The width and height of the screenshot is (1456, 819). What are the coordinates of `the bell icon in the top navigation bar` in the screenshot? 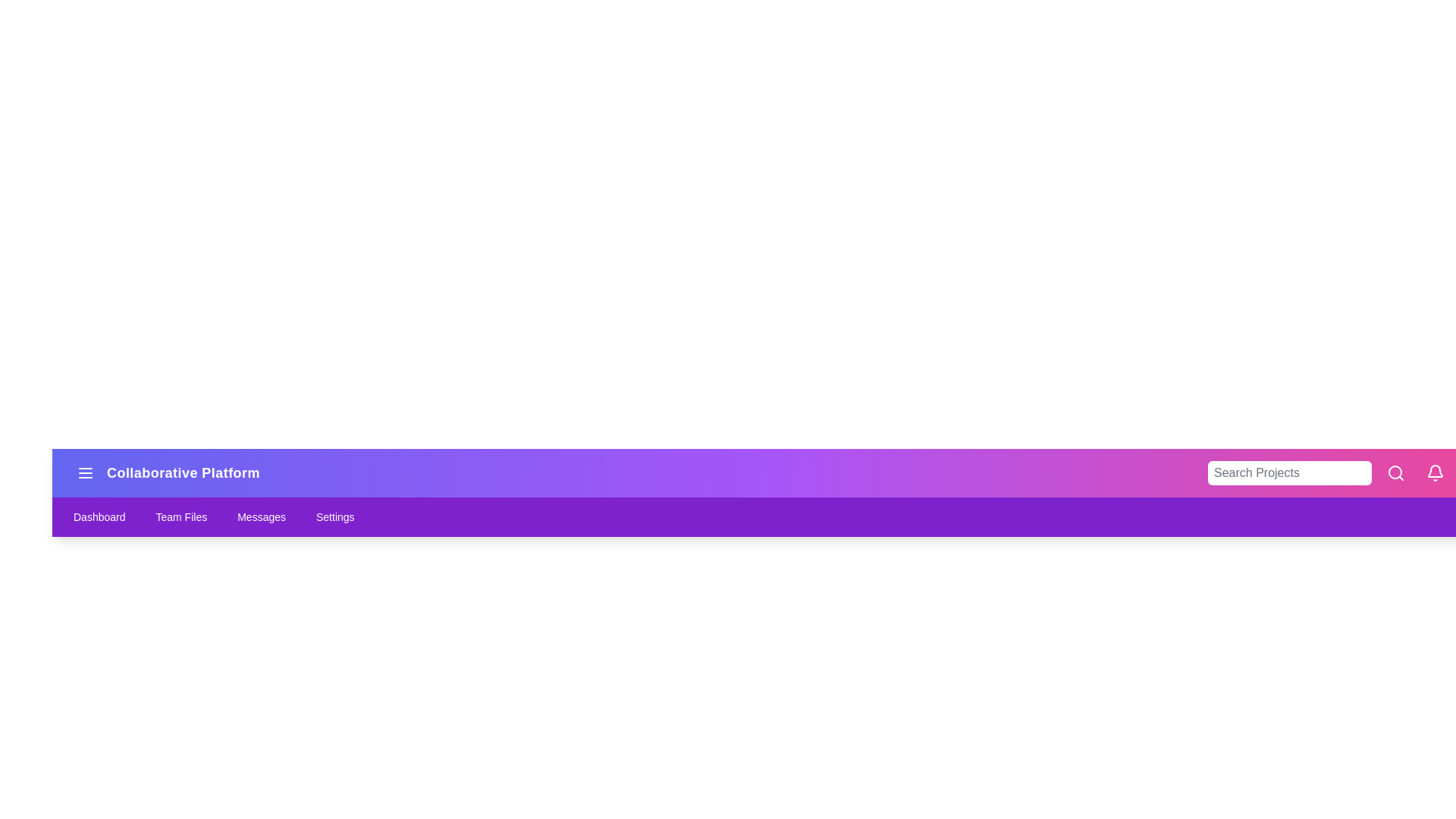 It's located at (1434, 472).